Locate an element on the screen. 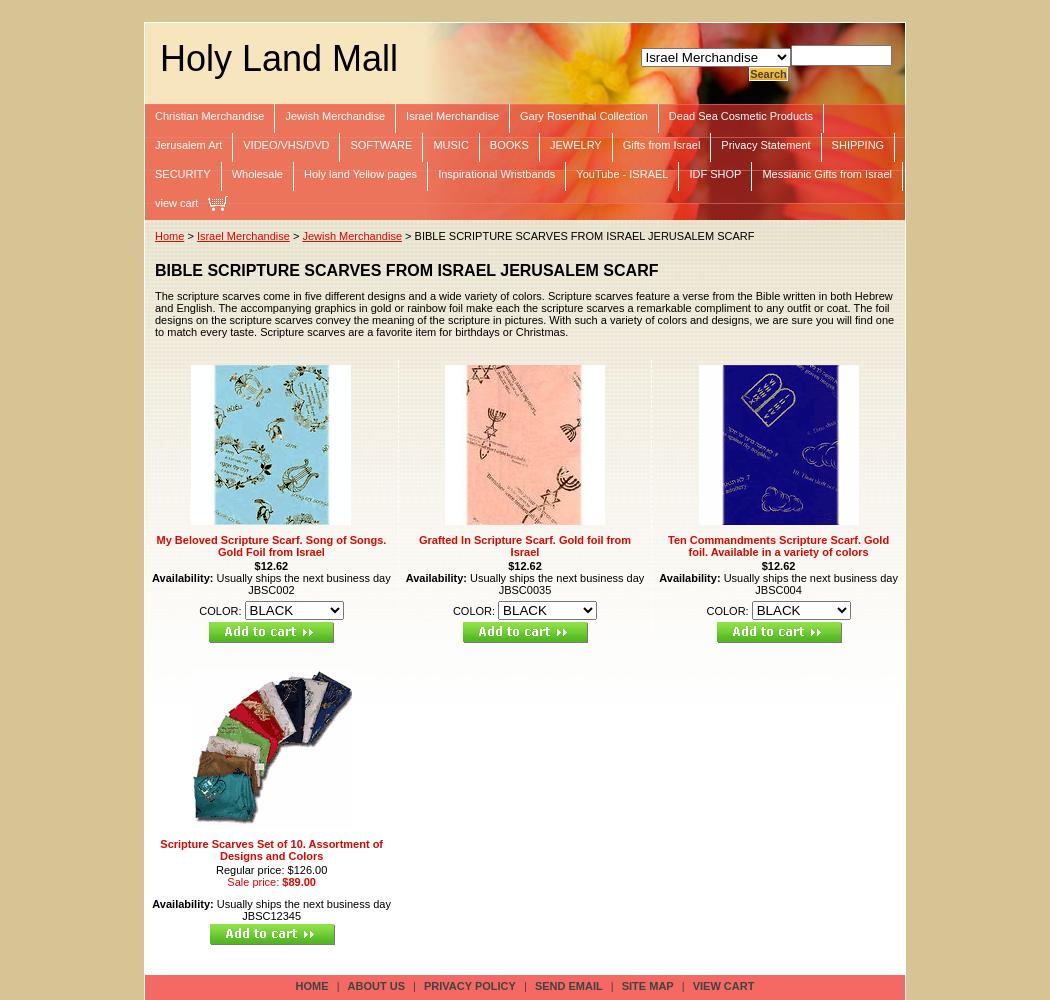  'JBSC12345' is located at coordinates (270, 915).